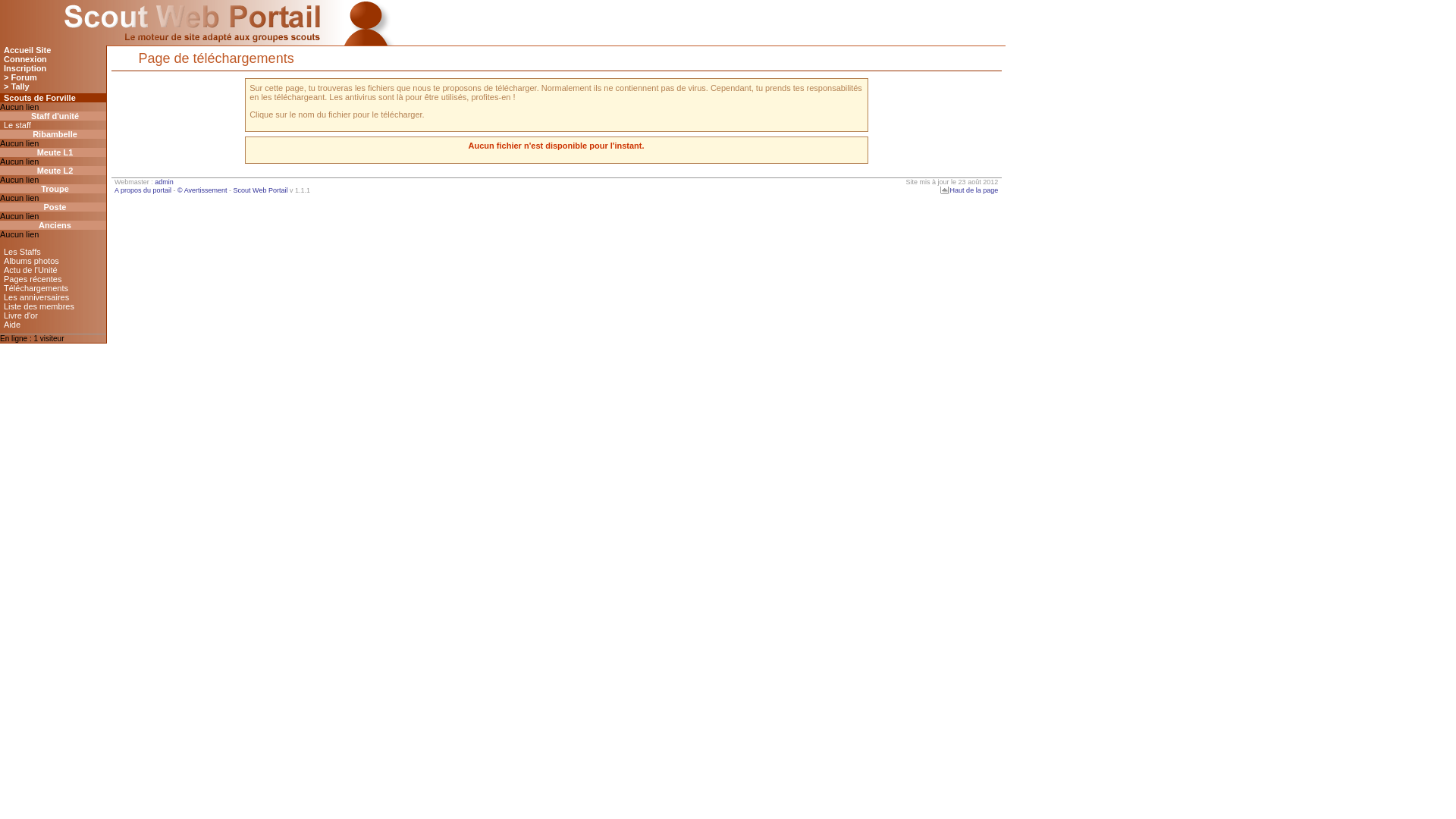 The width and height of the screenshot is (1456, 819). Describe the element at coordinates (53, 324) in the screenshot. I see `'Aide'` at that location.